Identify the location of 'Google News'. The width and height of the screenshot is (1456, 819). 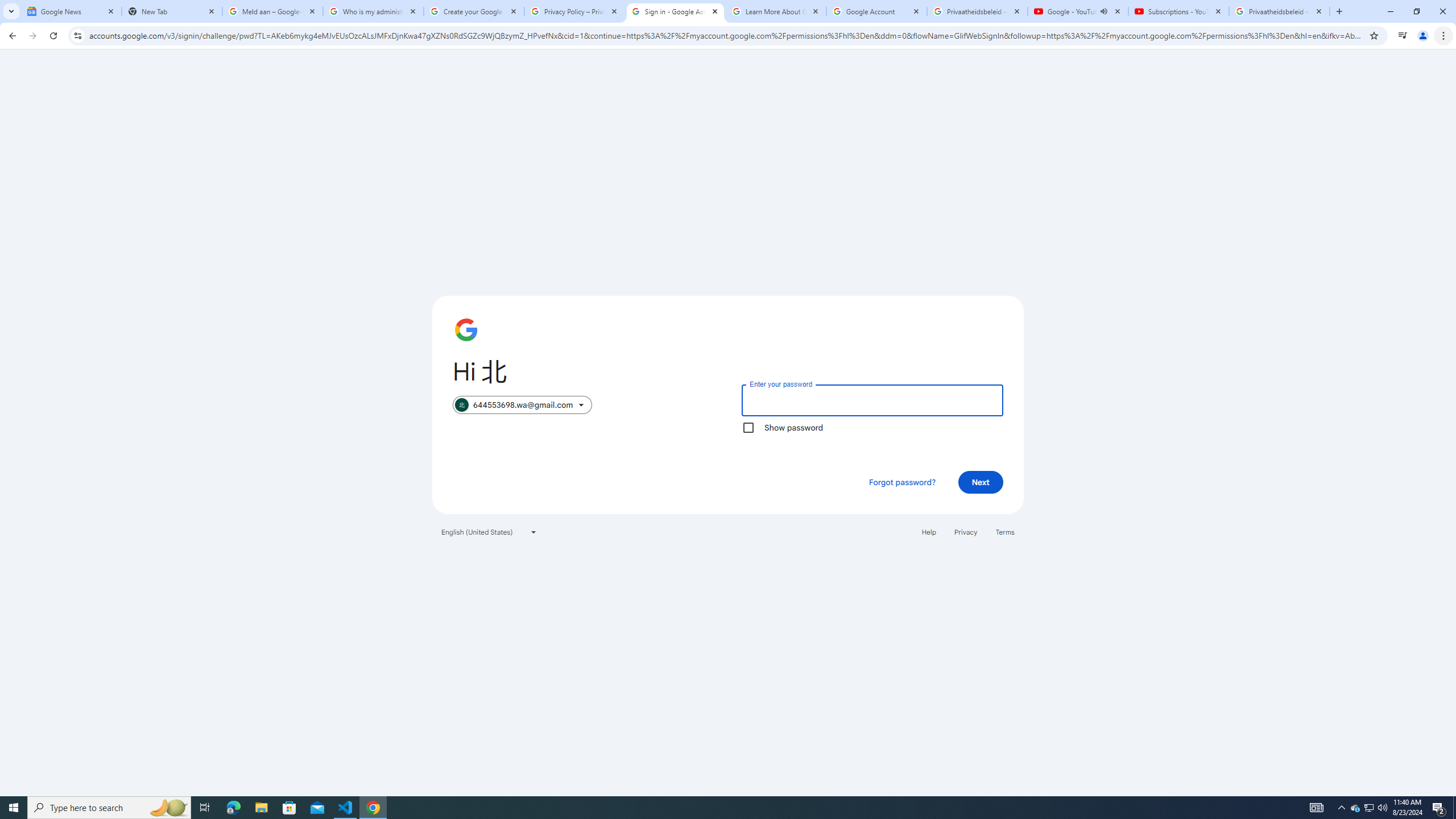
(71, 11).